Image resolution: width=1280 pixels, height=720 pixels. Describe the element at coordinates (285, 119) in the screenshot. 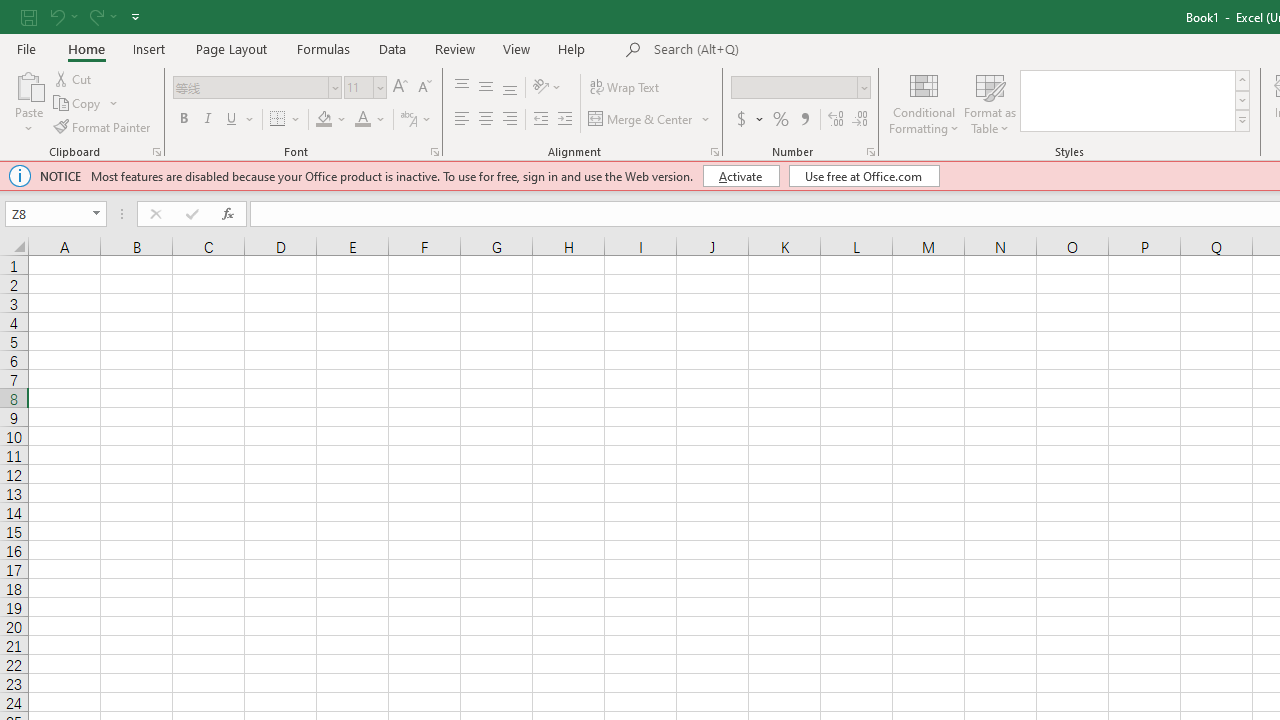

I see `'Borders'` at that location.